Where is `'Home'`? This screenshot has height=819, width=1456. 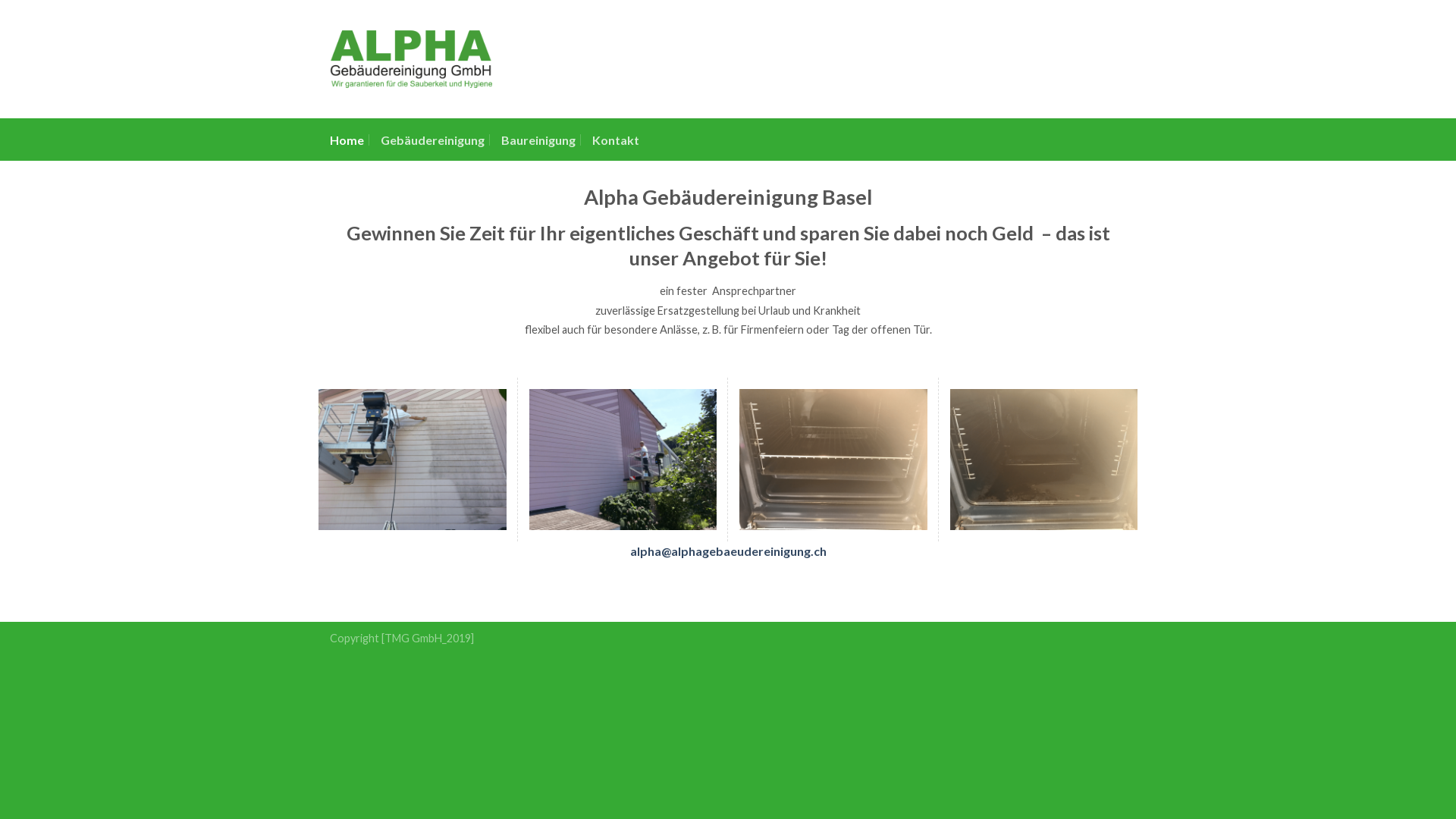 'Home' is located at coordinates (346, 139).